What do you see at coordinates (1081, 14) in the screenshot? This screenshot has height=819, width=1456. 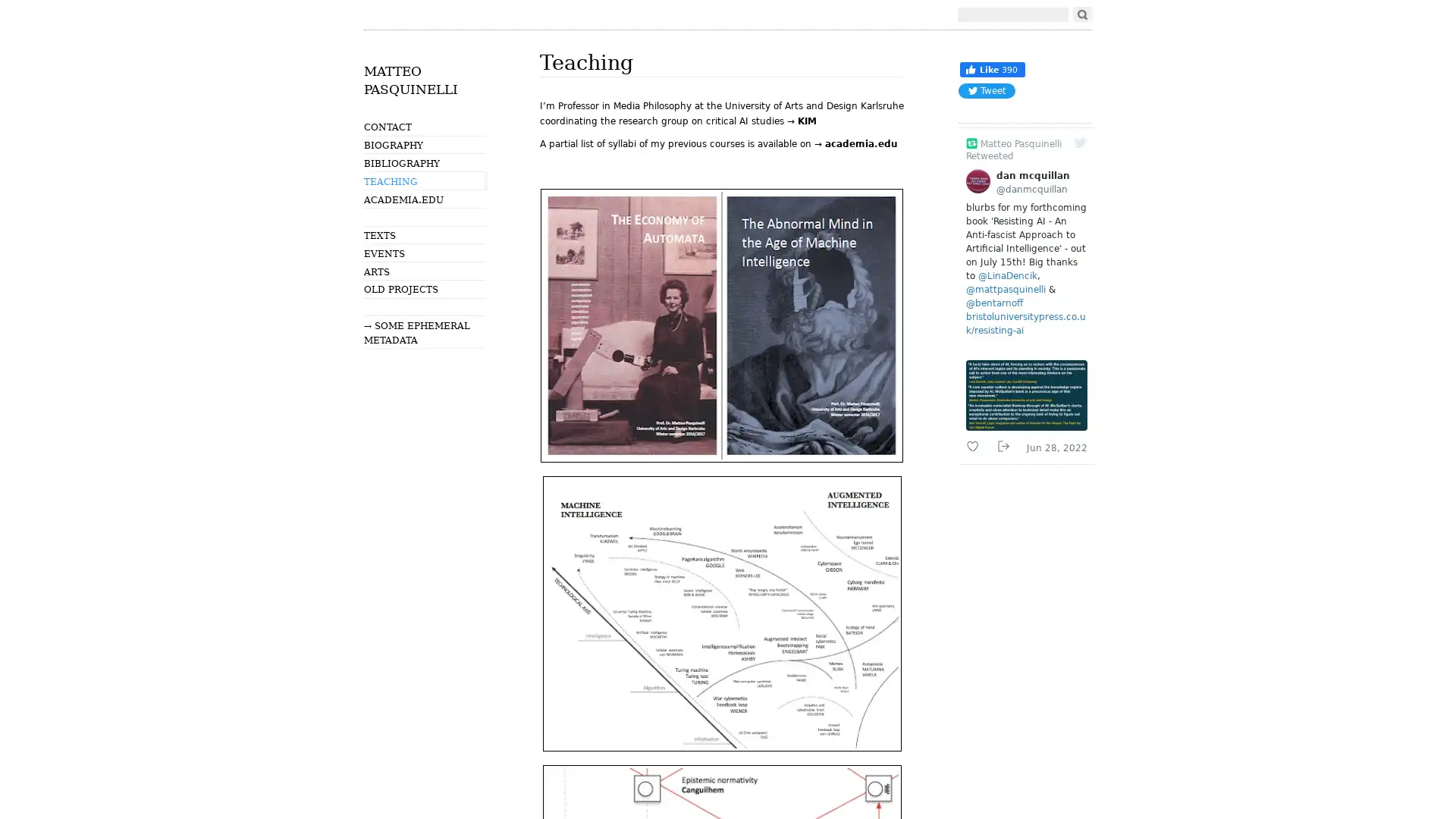 I see `Go` at bounding box center [1081, 14].